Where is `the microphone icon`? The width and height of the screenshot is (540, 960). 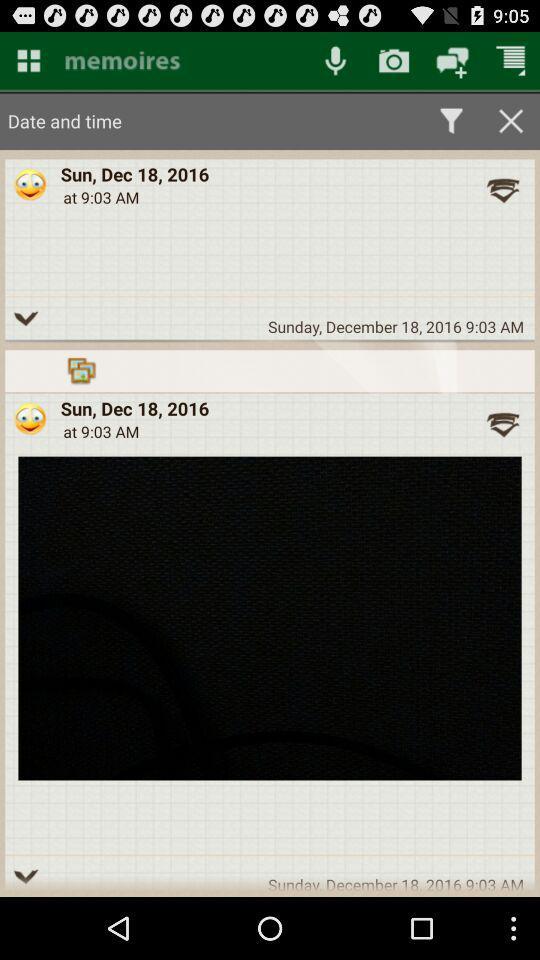
the microphone icon is located at coordinates (335, 64).